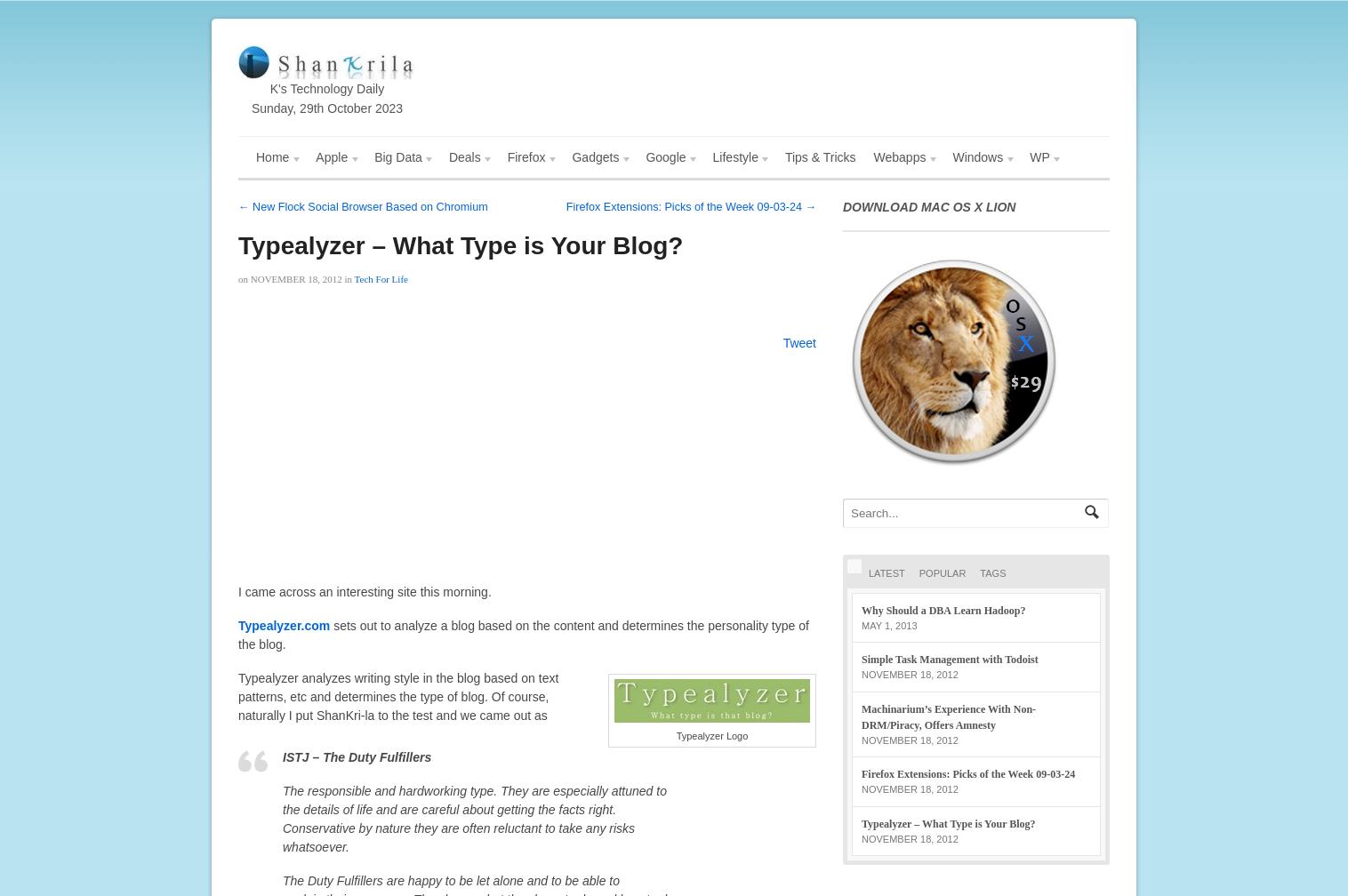  What do you see at coordinates (819, 157) in the screenshot?
I see `'Tips & Tricks'` at bounding box center [819, 157].